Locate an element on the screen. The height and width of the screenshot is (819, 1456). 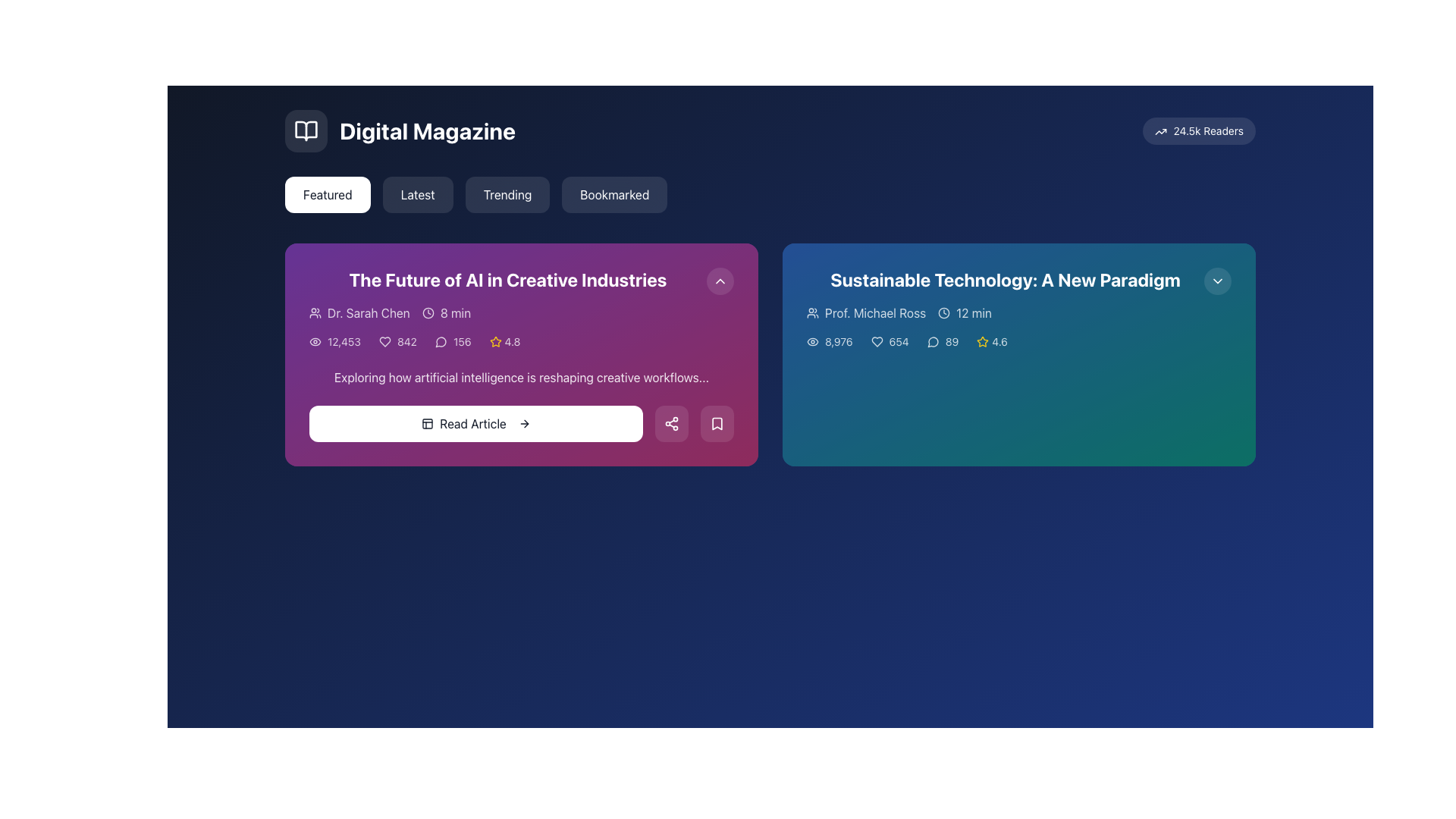
the label displaying 'Dr. Sarah Chen' with a person icon is located at coordinates (359, 312).